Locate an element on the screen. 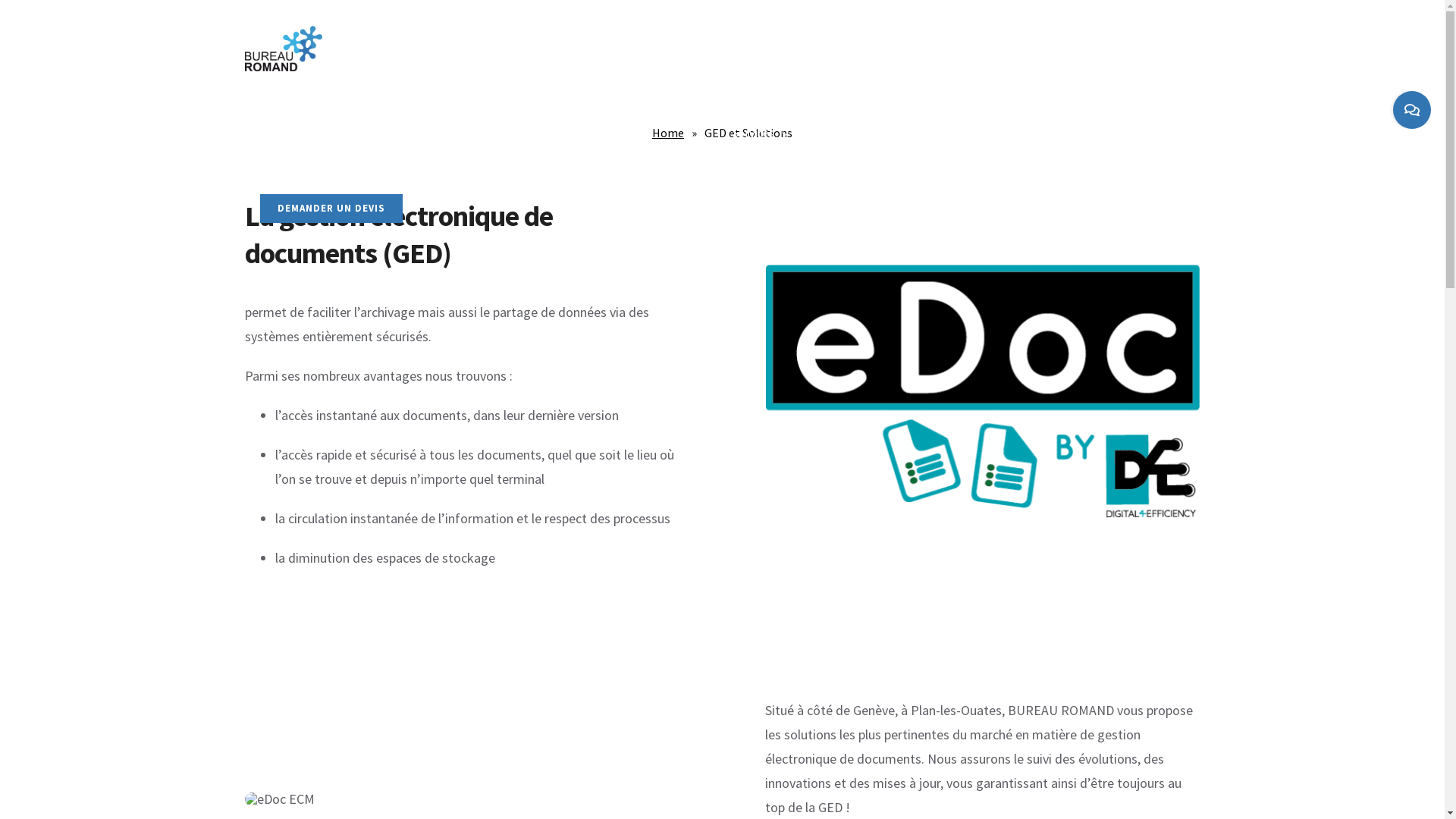 This screenshot has height=819, width=1456. 'Accueil' is located at coordinates (277, 131).